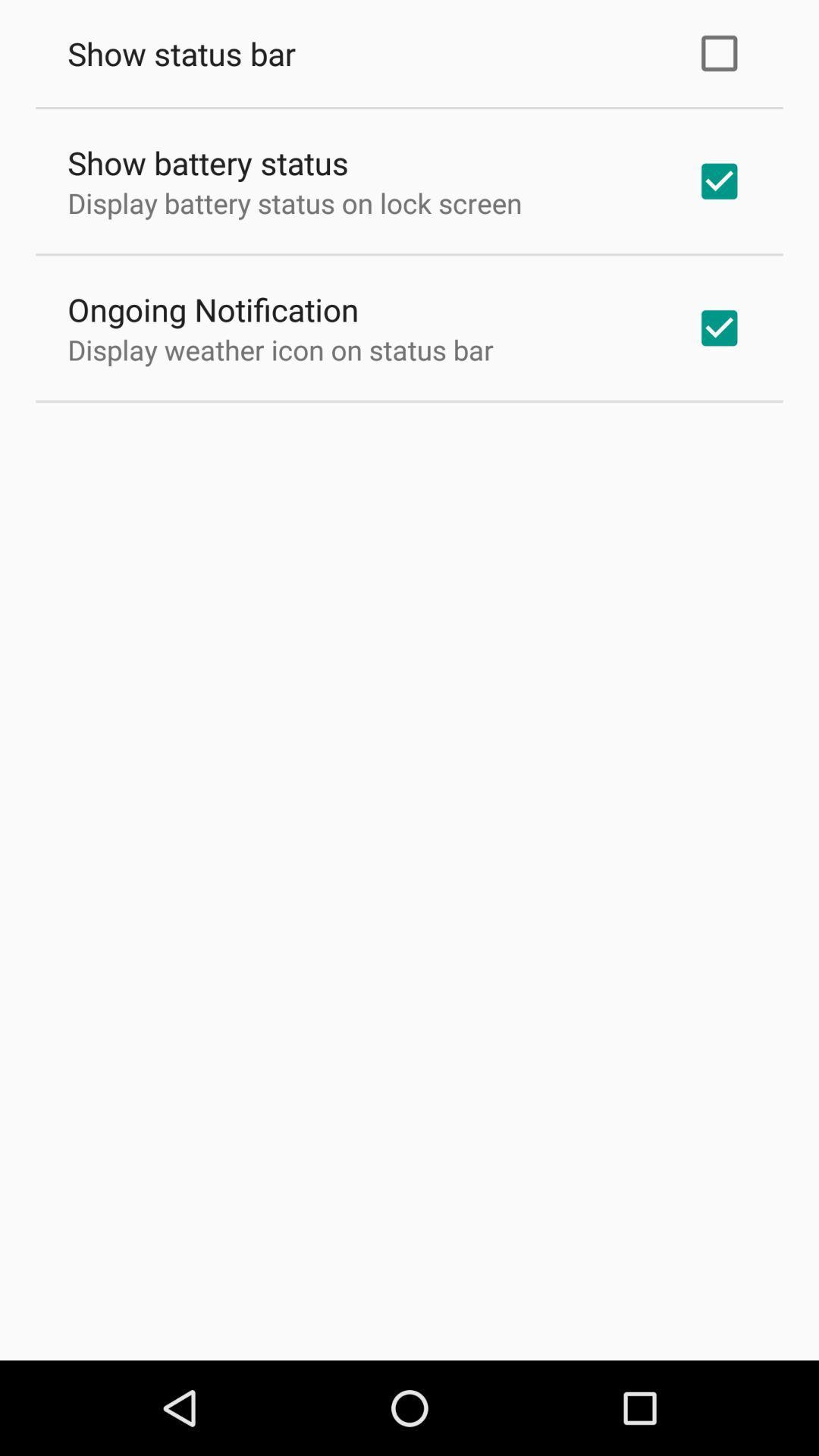  Describe the element at coordinates (213, 309) in the screenshot. I see `the app above the display weather icon` at that location.